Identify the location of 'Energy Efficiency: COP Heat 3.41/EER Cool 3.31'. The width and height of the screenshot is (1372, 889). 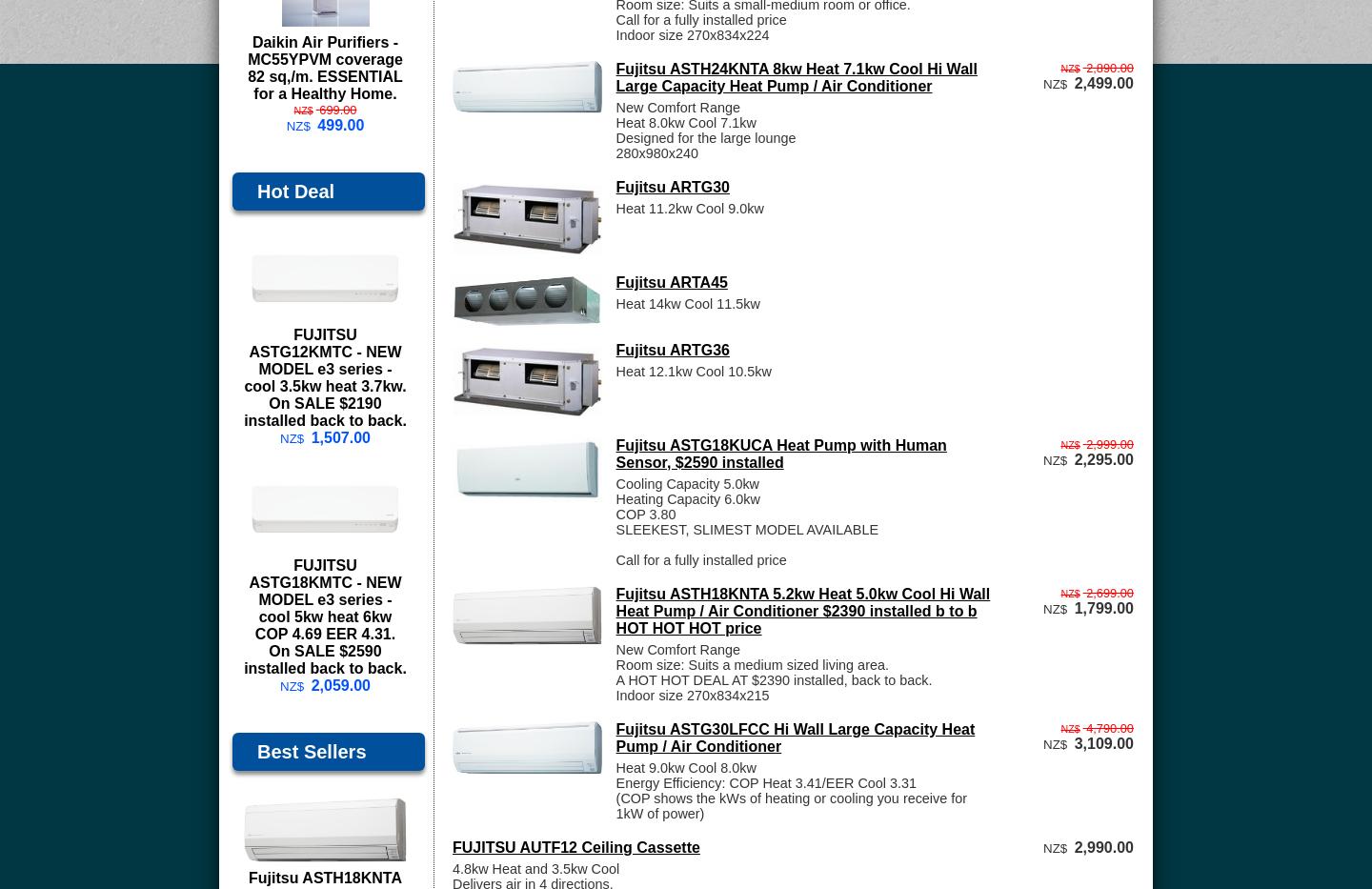
(765, 782).